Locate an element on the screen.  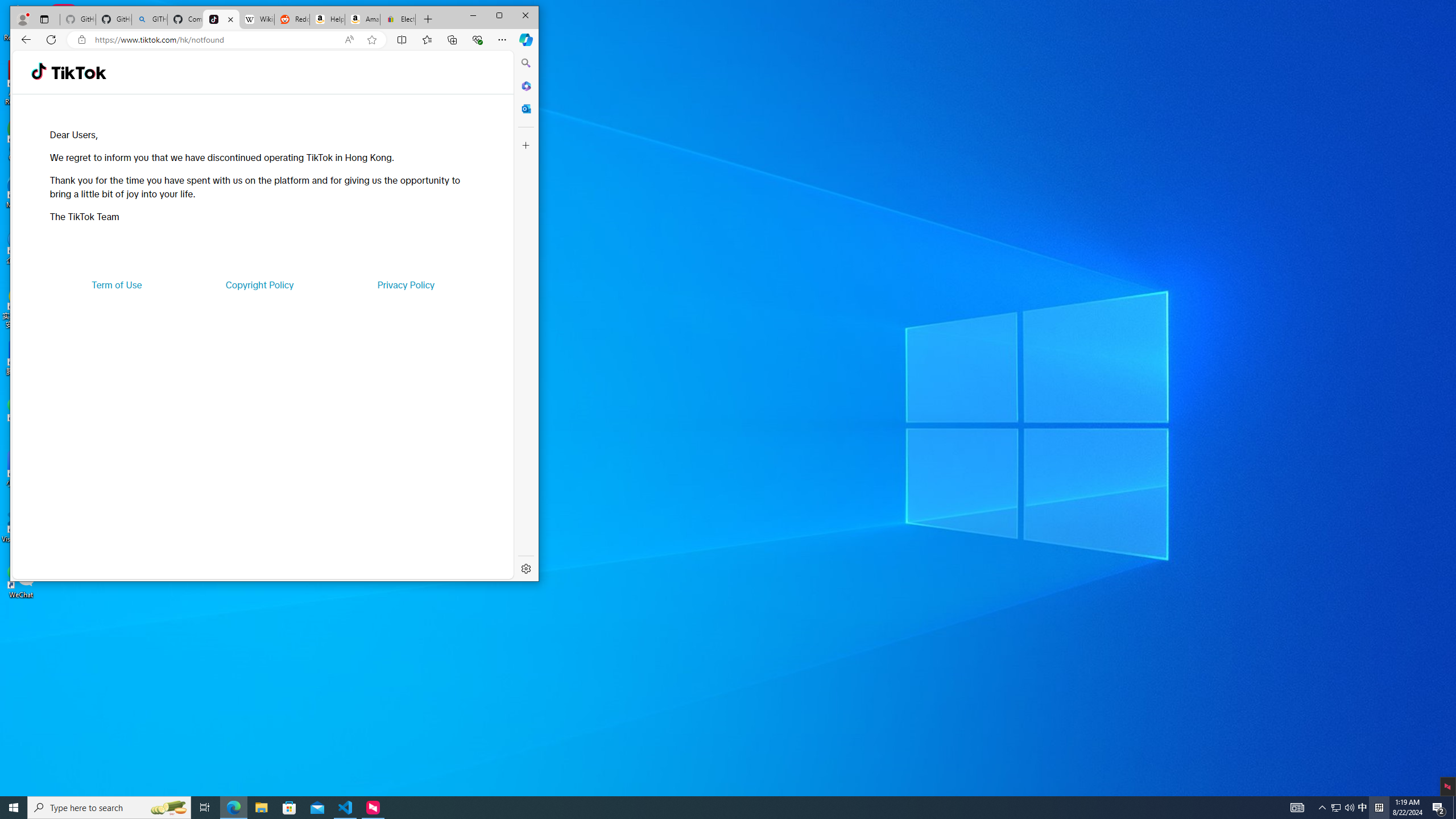
'User Promoted Notification Area' is located at coordinates (1363, 806).